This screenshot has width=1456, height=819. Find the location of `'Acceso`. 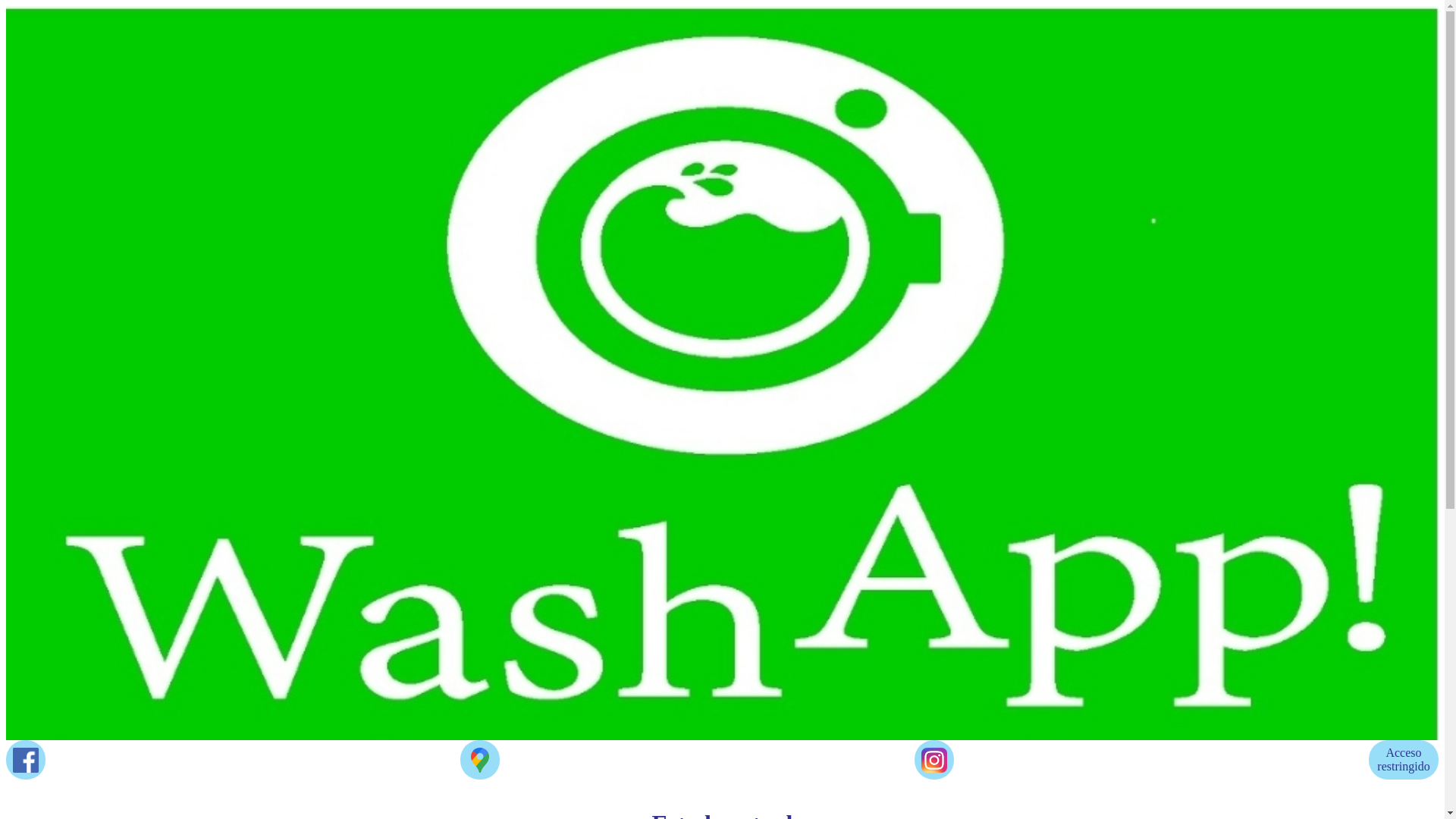

'Acceso is located at coordinates (1403, 760).